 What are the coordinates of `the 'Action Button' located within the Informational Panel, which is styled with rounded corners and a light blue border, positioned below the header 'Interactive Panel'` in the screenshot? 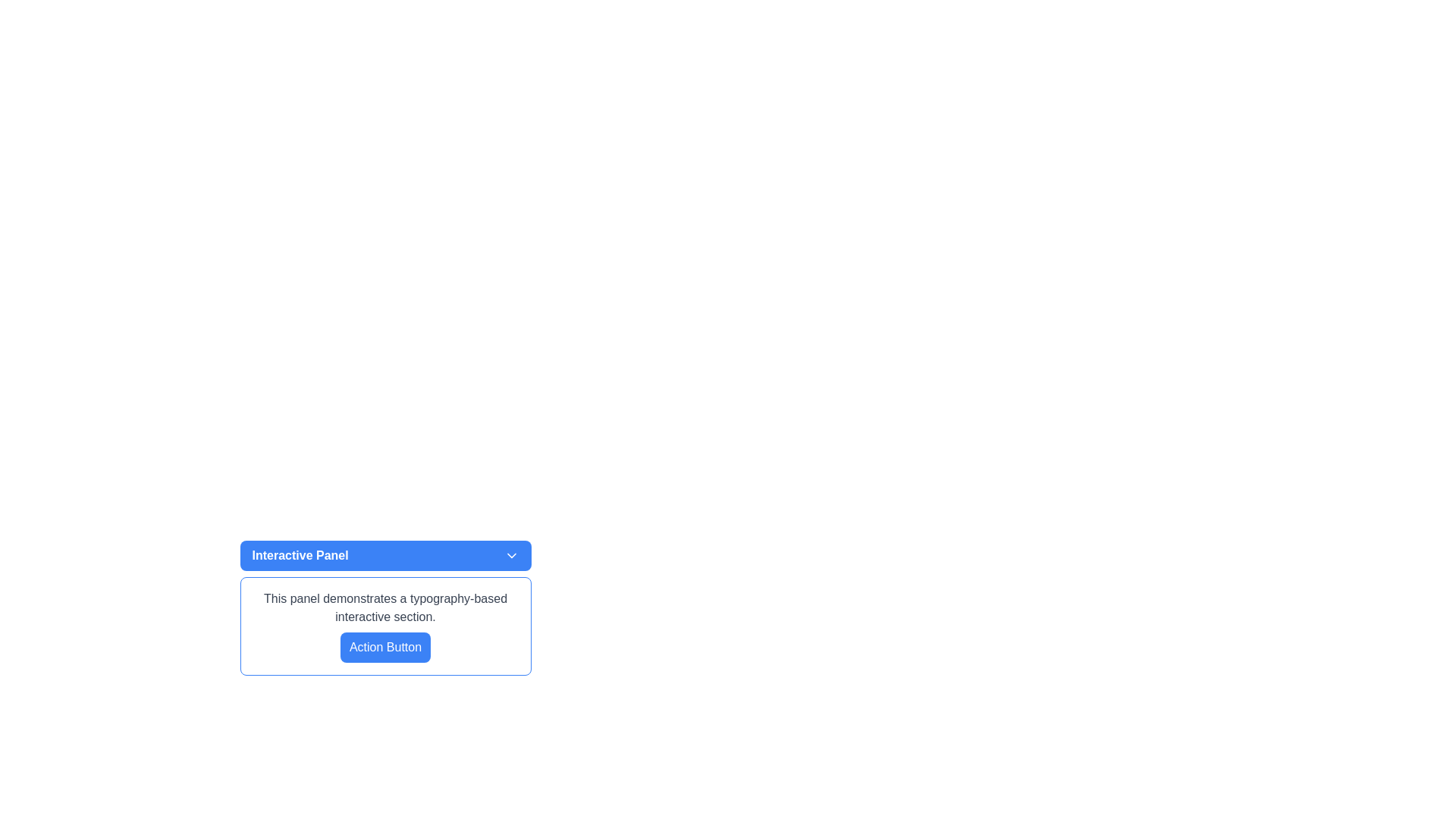 It's located at (385, 626).